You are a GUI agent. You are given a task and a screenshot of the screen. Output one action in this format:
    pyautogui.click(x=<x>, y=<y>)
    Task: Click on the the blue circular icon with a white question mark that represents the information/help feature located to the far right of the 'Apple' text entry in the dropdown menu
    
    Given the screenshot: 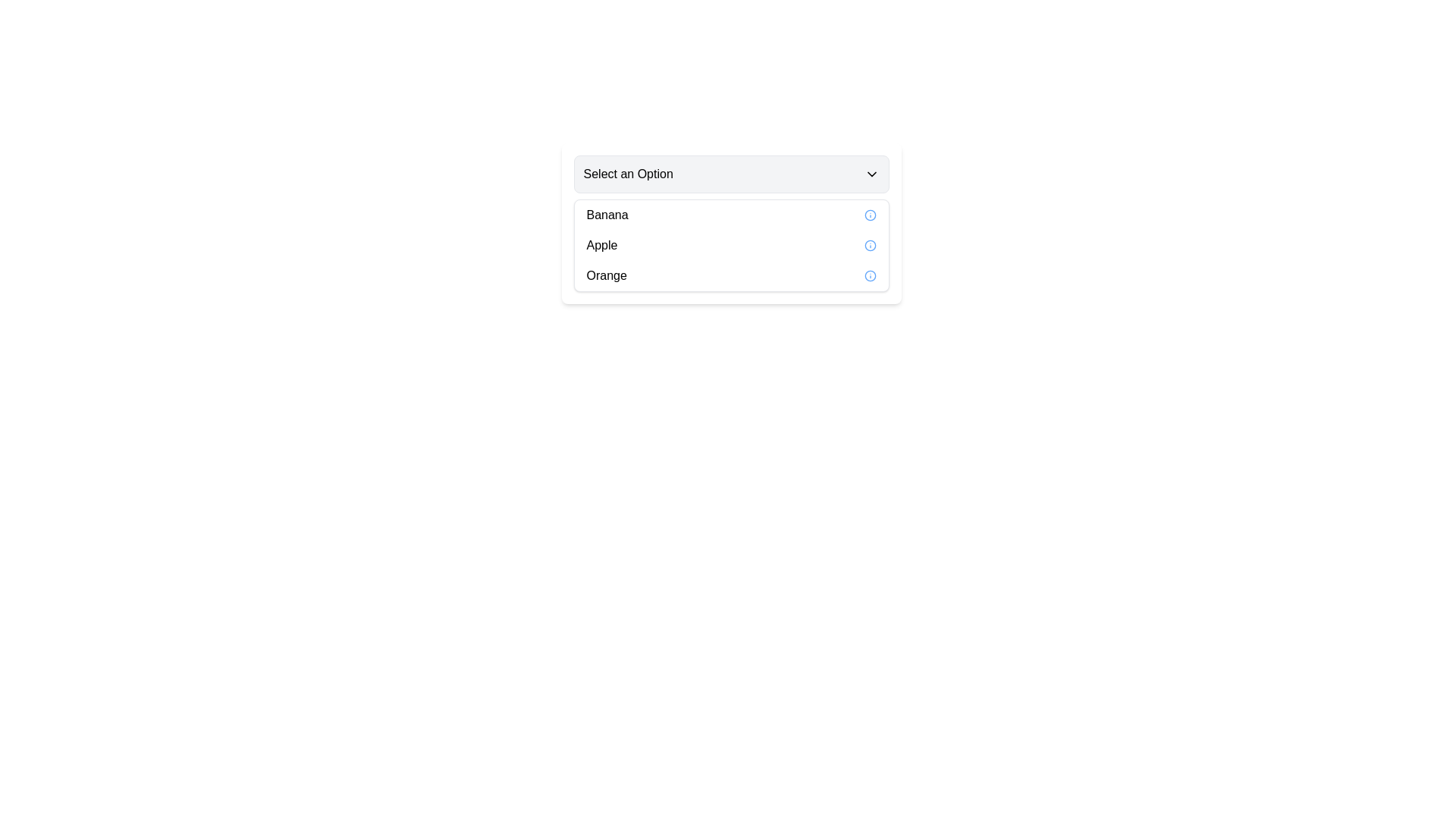 What is the action you would take?
    pyautogui.click(x=870, y=245)
    